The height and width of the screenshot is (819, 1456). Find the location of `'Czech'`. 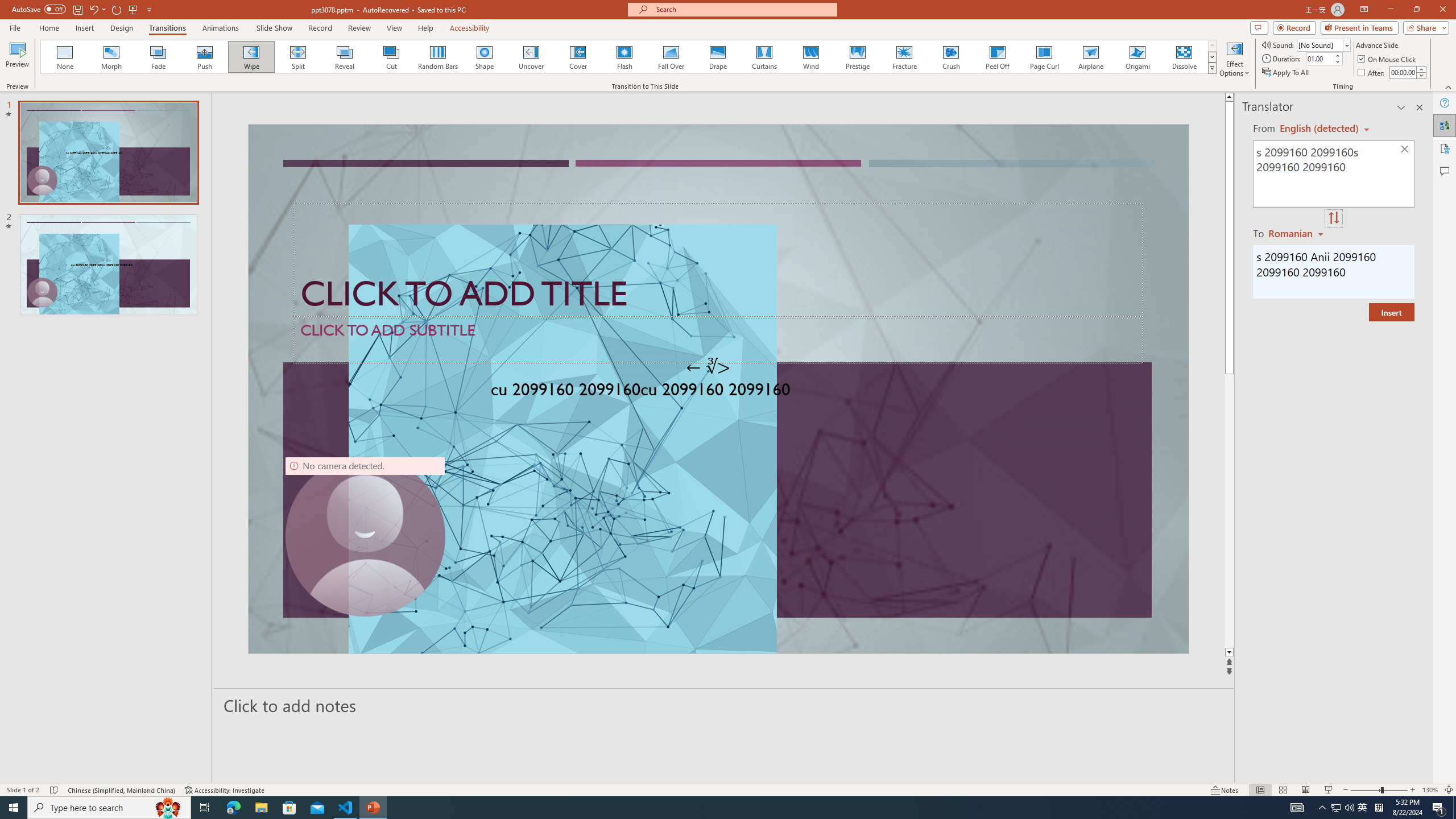

'Czech' is located at coordinates (1296, 233).